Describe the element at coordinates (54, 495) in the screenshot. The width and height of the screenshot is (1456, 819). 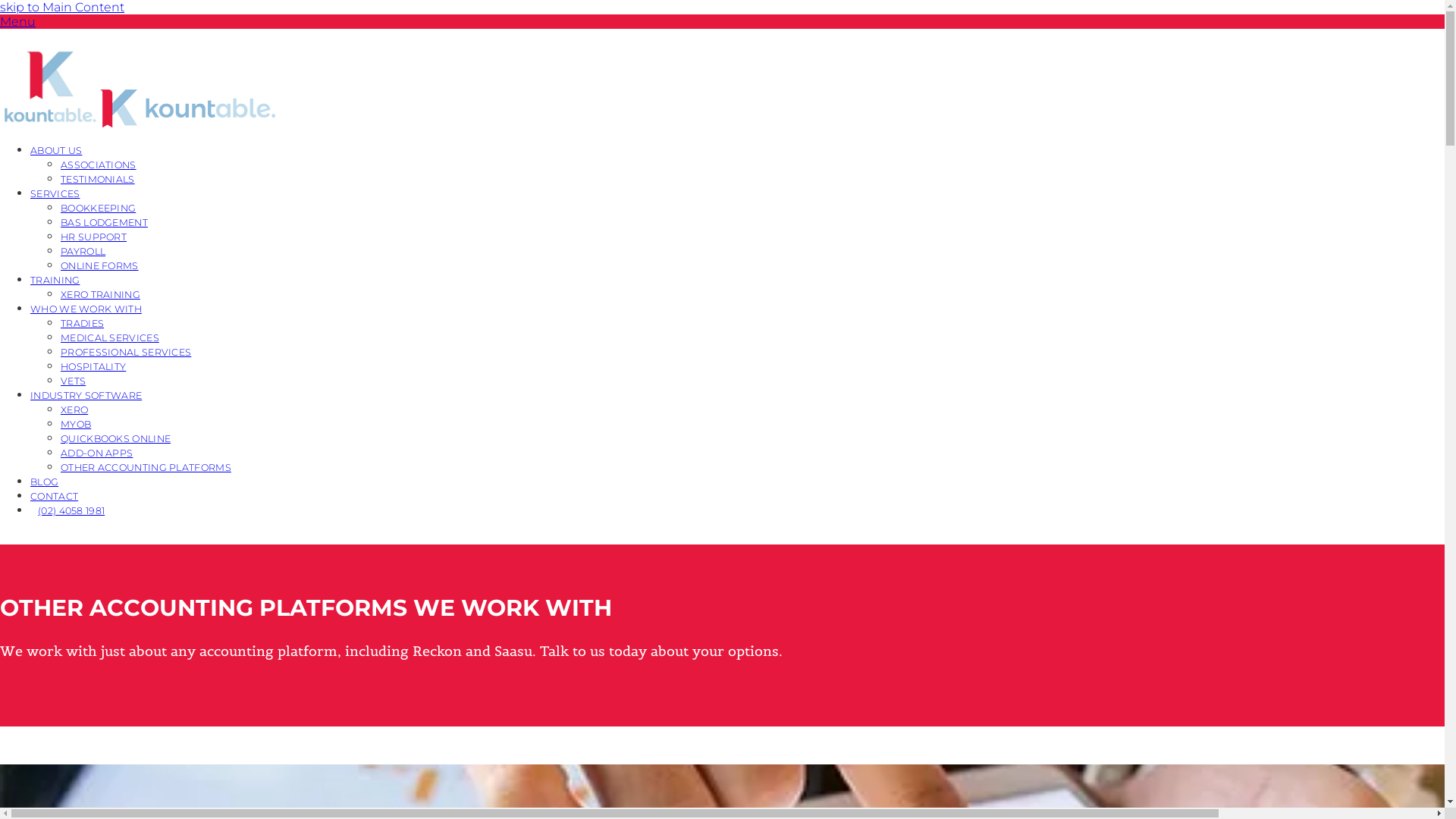
I see `'CONTACT'` at that location.